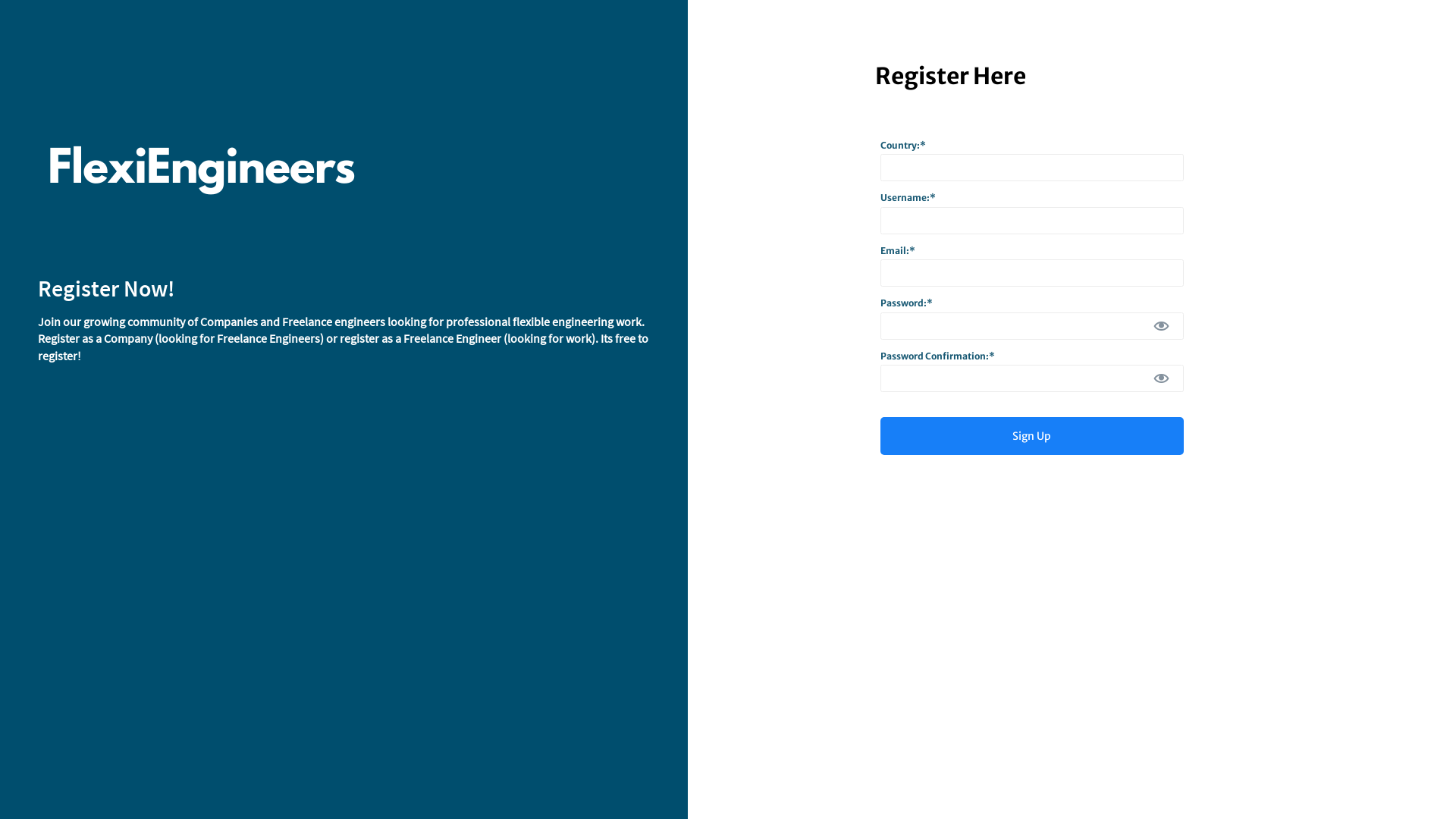  I want to click on 'Sign Up', so click(1031, 435).